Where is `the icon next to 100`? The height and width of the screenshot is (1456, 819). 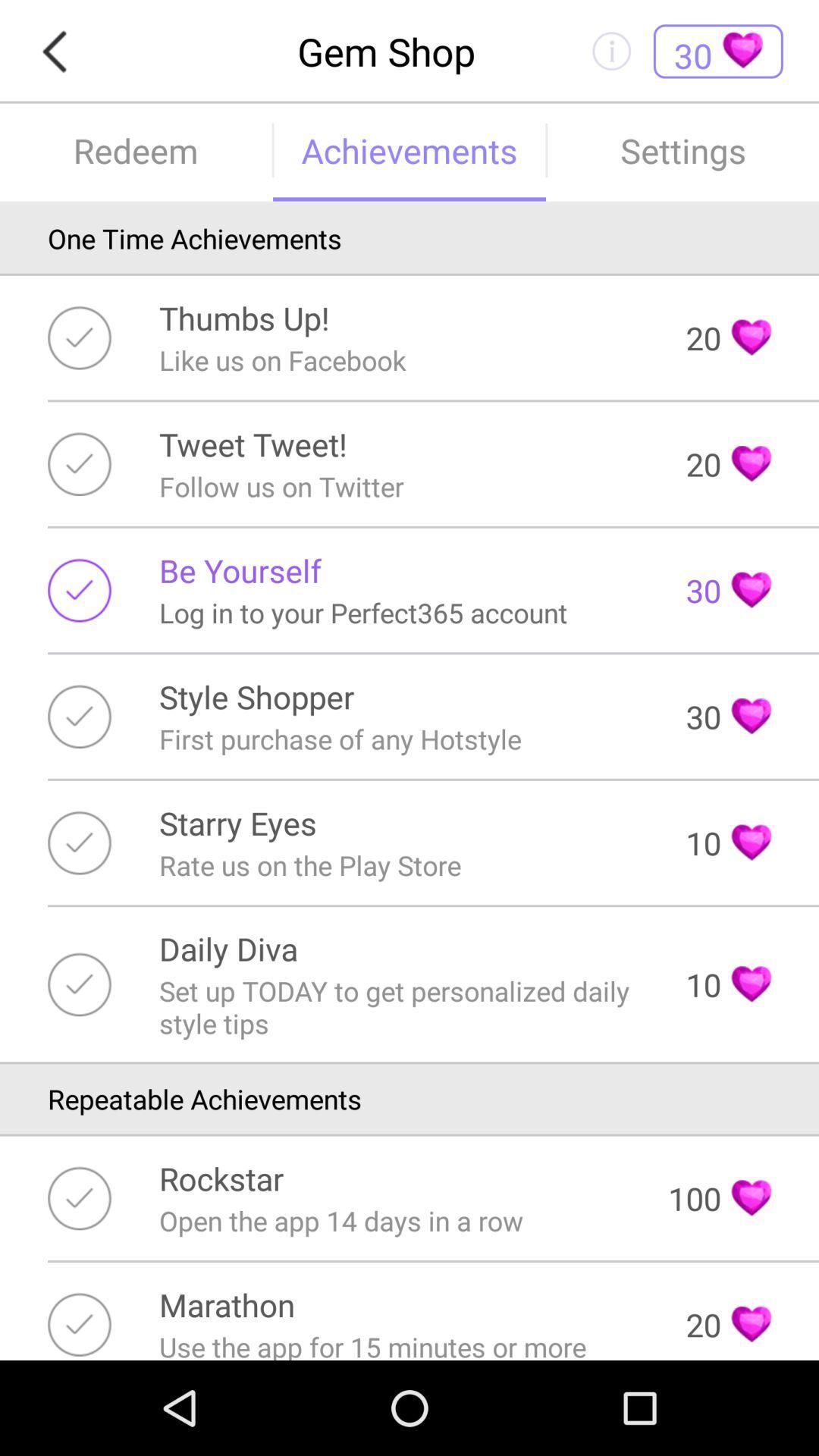
the icon next to 100 is located at coordinates (221, 1178).